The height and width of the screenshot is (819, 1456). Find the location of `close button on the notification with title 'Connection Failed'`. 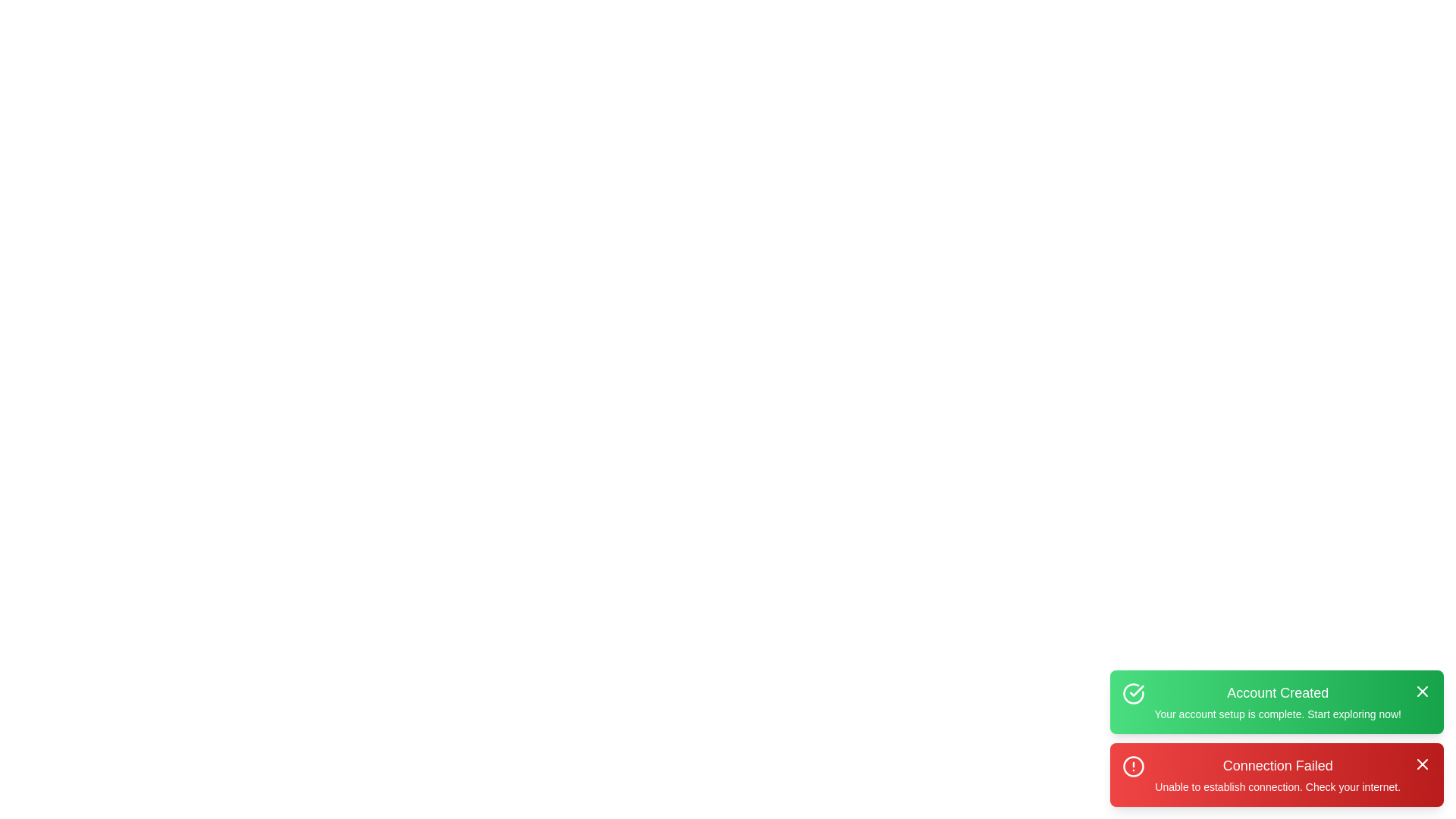

close button on the notification with title 'Connection Failed' is located at coordinates (1422, 764).